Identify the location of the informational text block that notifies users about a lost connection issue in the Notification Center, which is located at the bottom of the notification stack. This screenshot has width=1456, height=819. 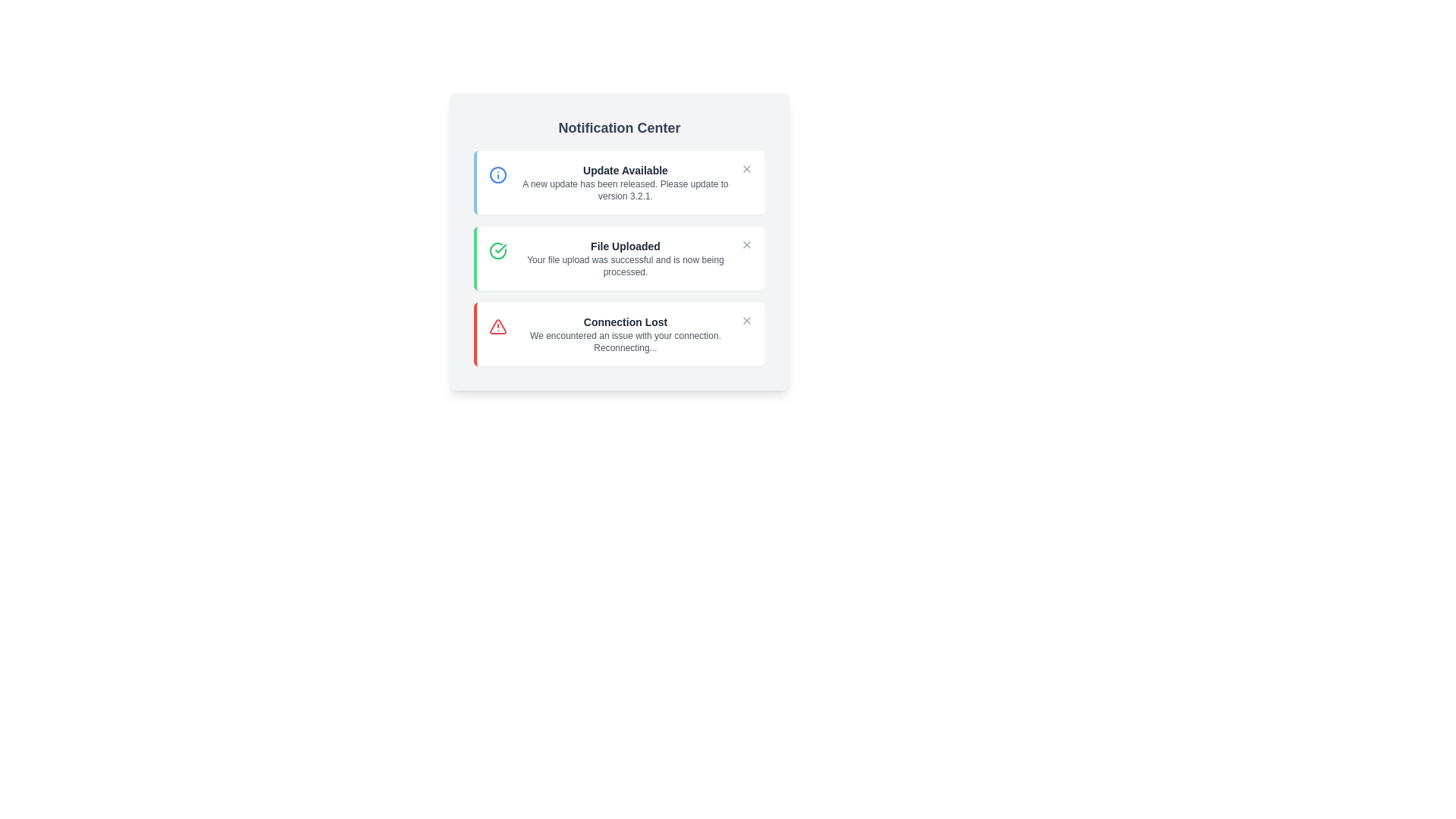
(626, 333).